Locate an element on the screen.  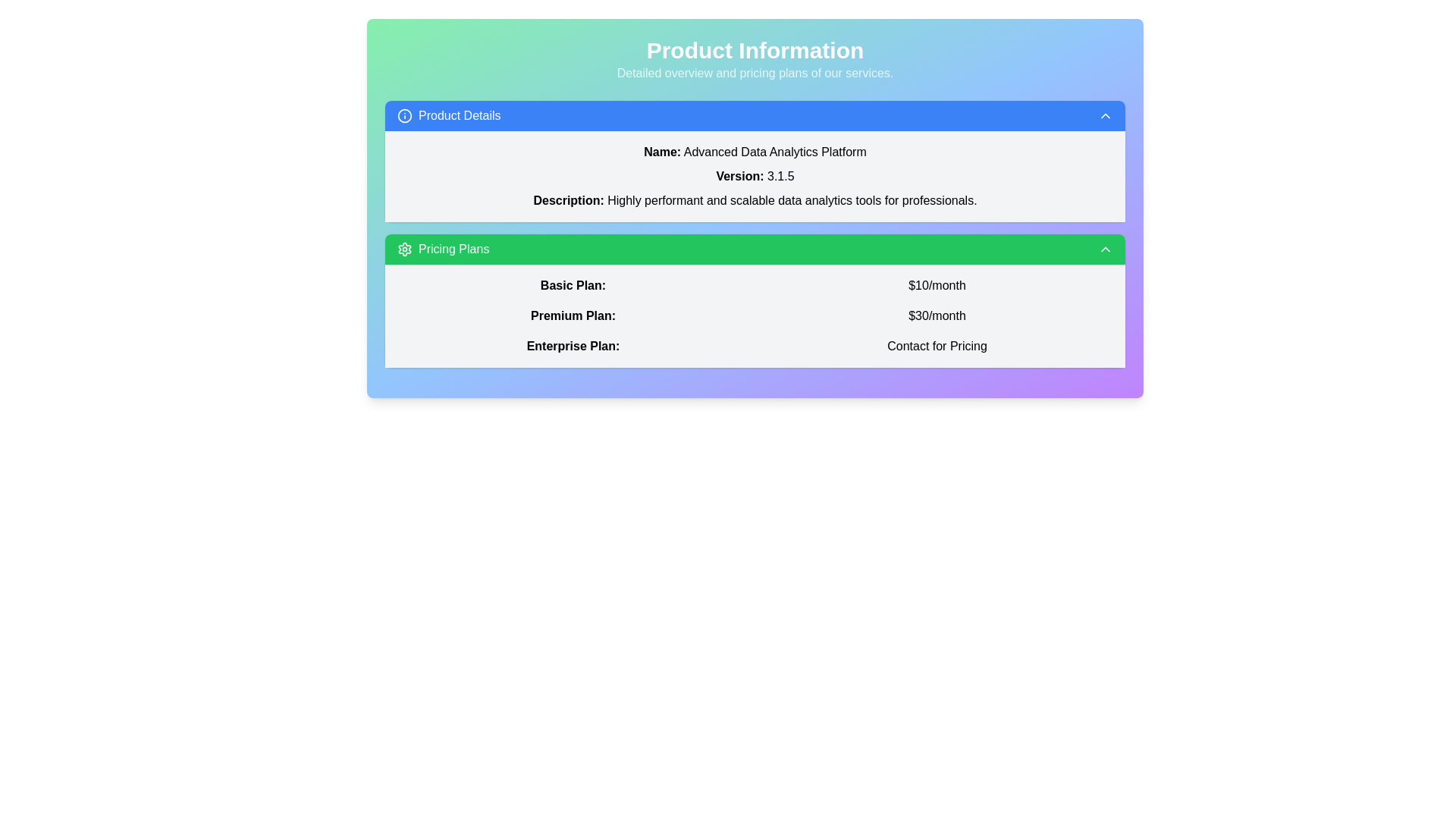
the static text label displaying 'Enterprise Plan:' in bold black font, located in the third row of the 'Pricing Plans' section is located at coordinates (572, 346).